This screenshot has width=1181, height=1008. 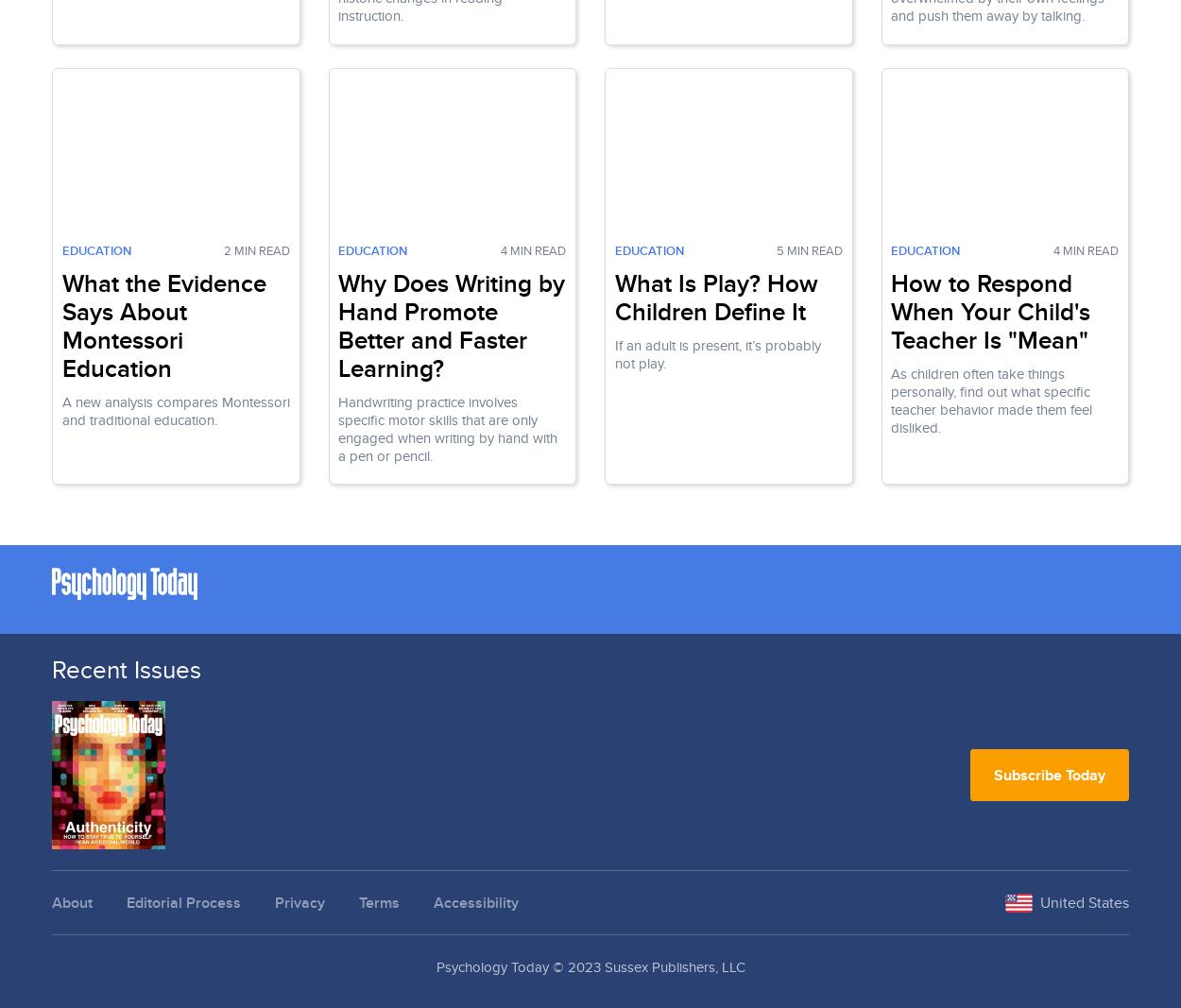 I want to click on '2 Min Read', so click(x=256, y=248).